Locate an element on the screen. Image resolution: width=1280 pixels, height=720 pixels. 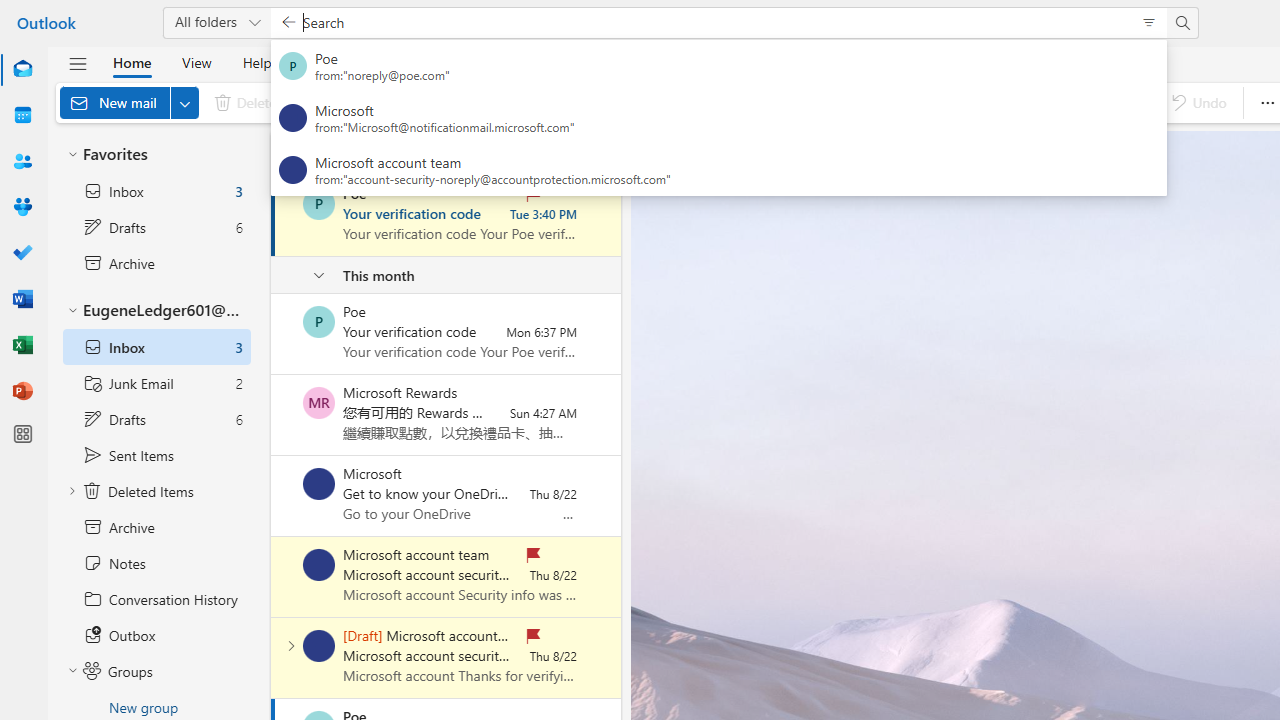
'Word' is located at coordinates (23, 298).